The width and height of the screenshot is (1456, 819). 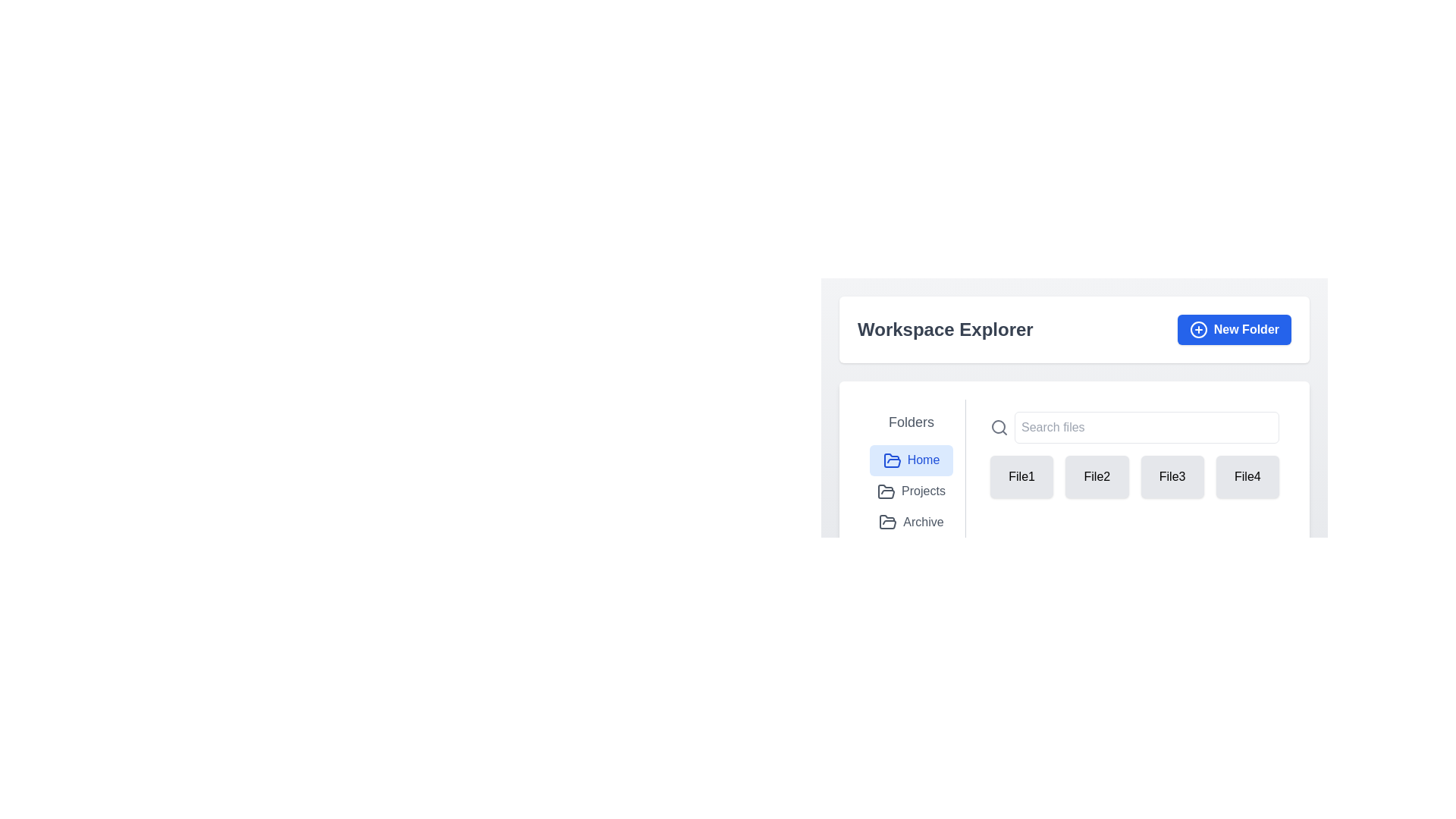 I want to click on the Search icon, which is a gray magnifying glass located in the top-right section of the interface, next to the 'Search files' input field, so click(x=999, y=427).